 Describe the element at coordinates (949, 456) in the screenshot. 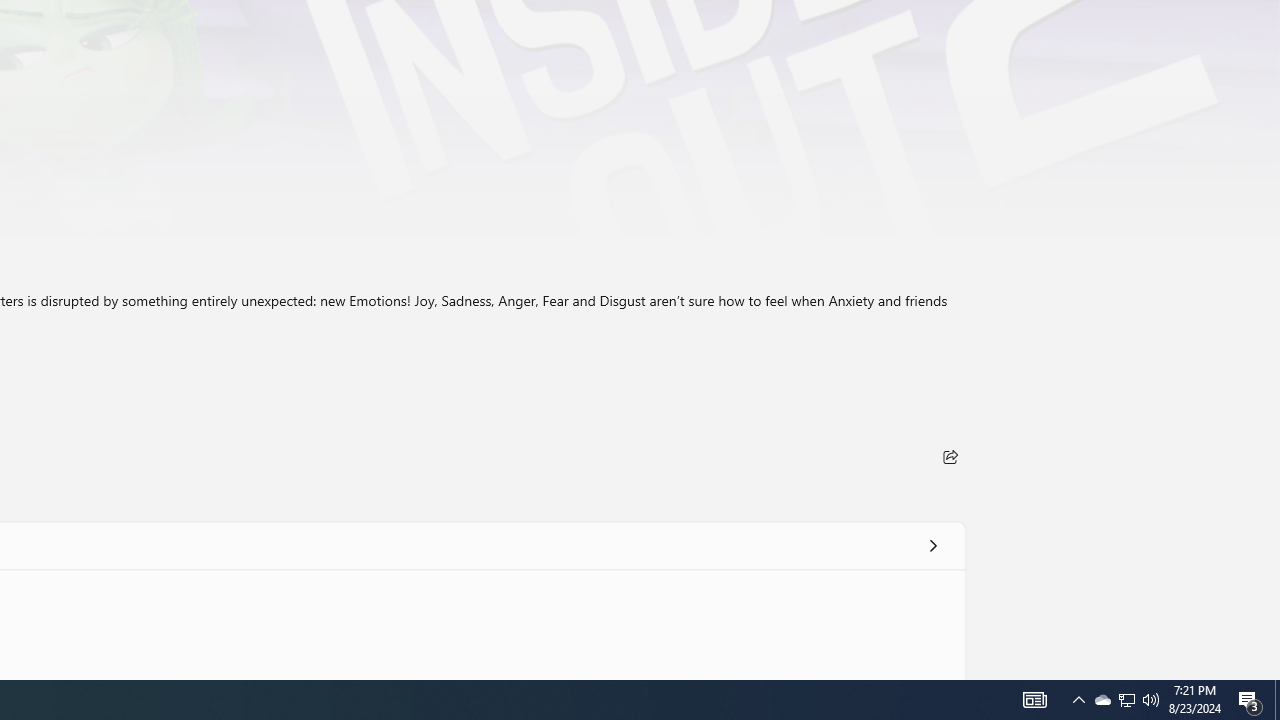

I see `'Share'` at that location.